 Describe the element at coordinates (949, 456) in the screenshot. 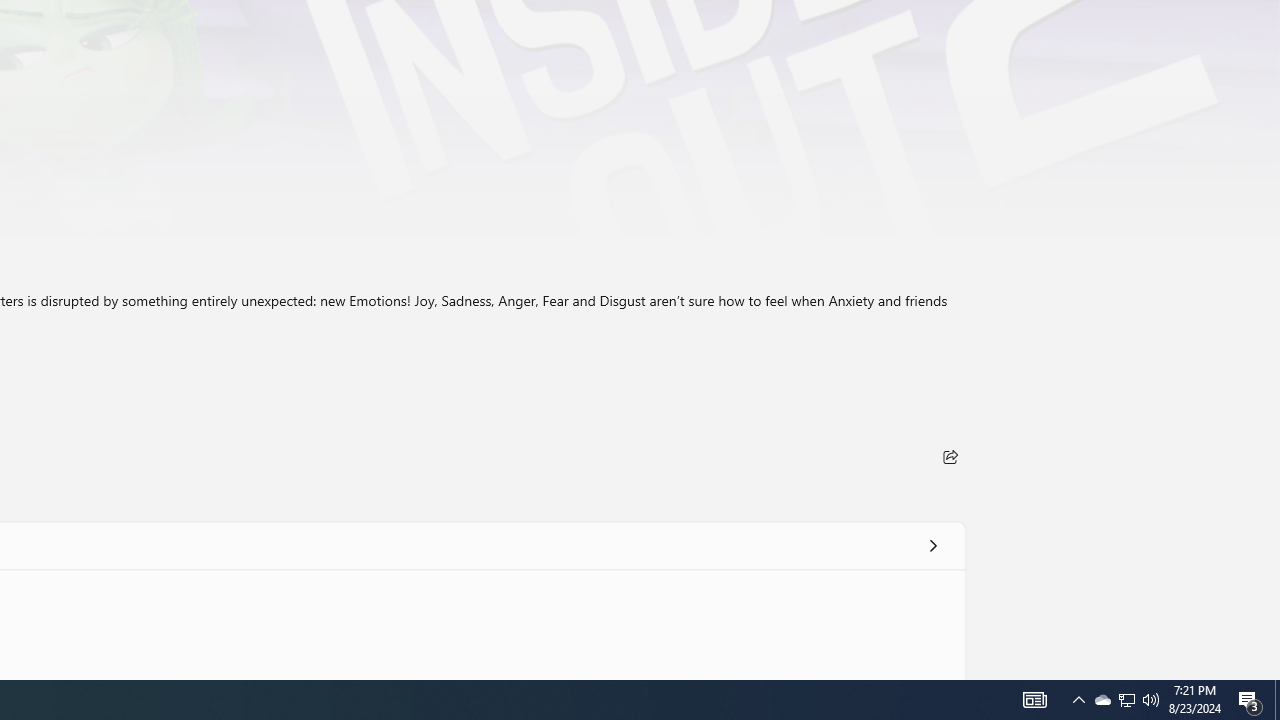

I see `'Share'` at that location.